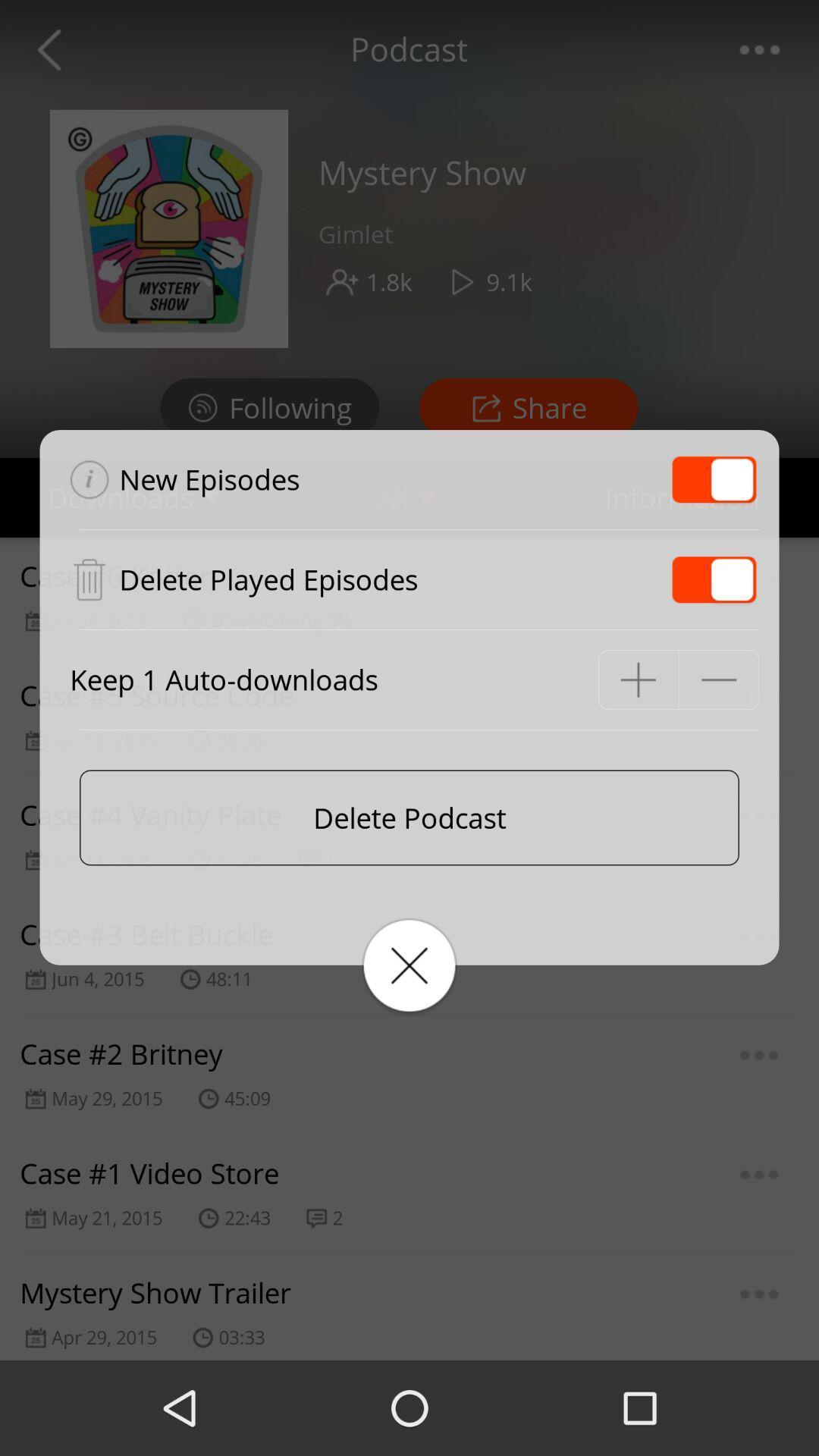 The image size is (819, 1456). I want to click on the minus icon, so click(718, 679).